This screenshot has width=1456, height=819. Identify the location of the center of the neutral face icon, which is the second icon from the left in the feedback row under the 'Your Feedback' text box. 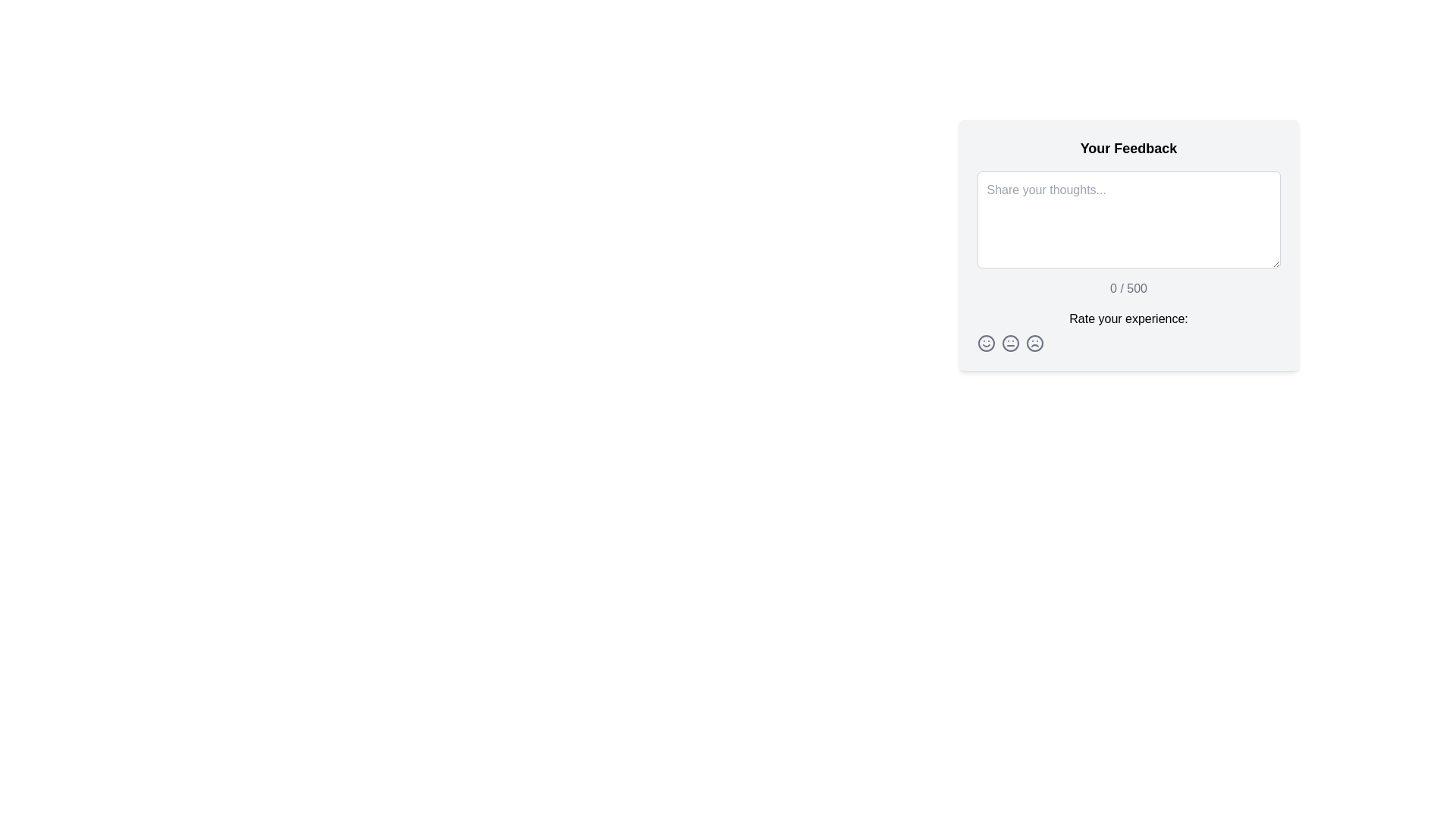
(1010, 343).